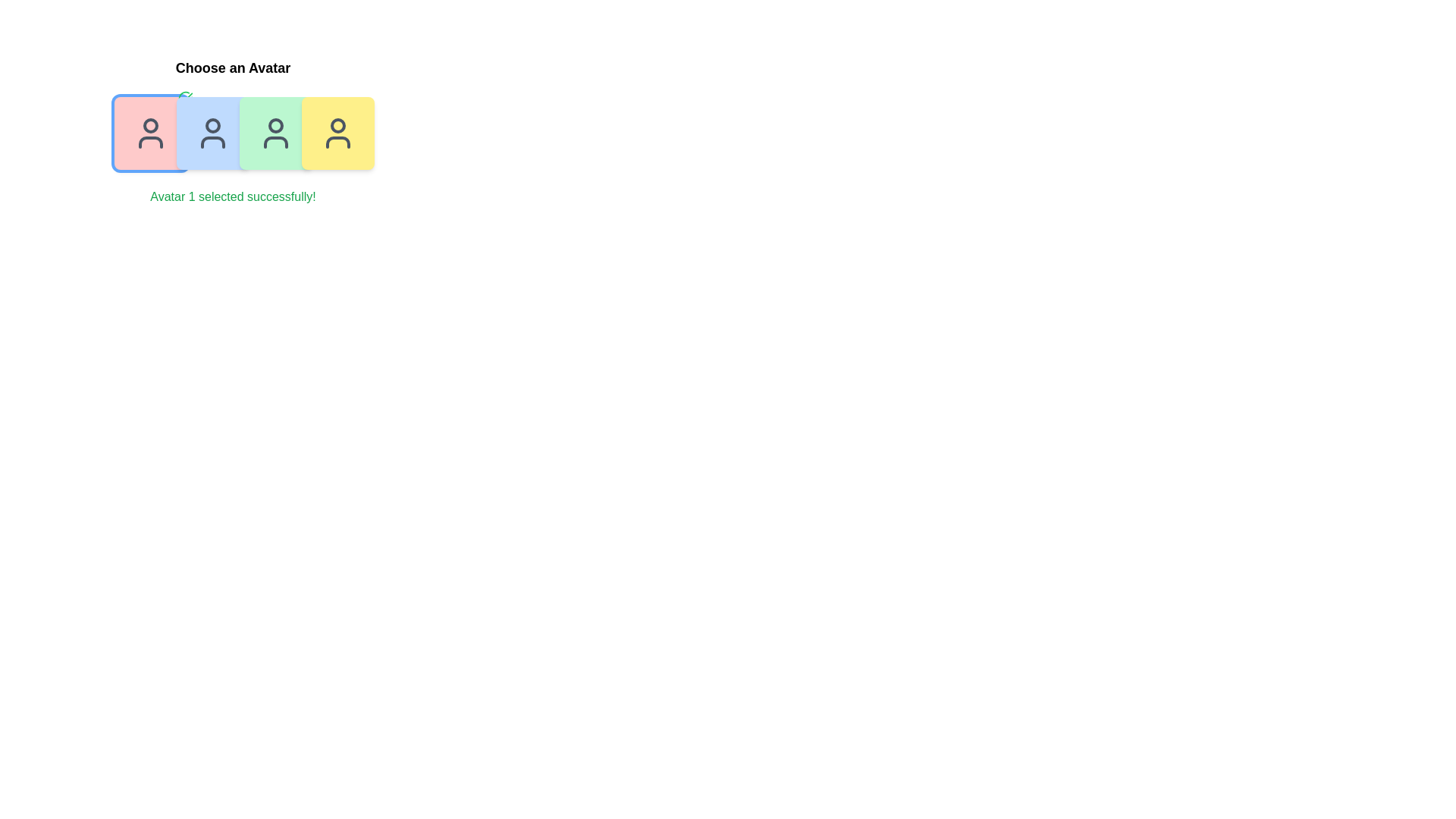  What do you see at coordinates (150, 124) in the screenshot?
I see `the small circular shape located at the top-center of the user icon within the first colored card from the left among a row of four cards` at bounding box center [150, 124].